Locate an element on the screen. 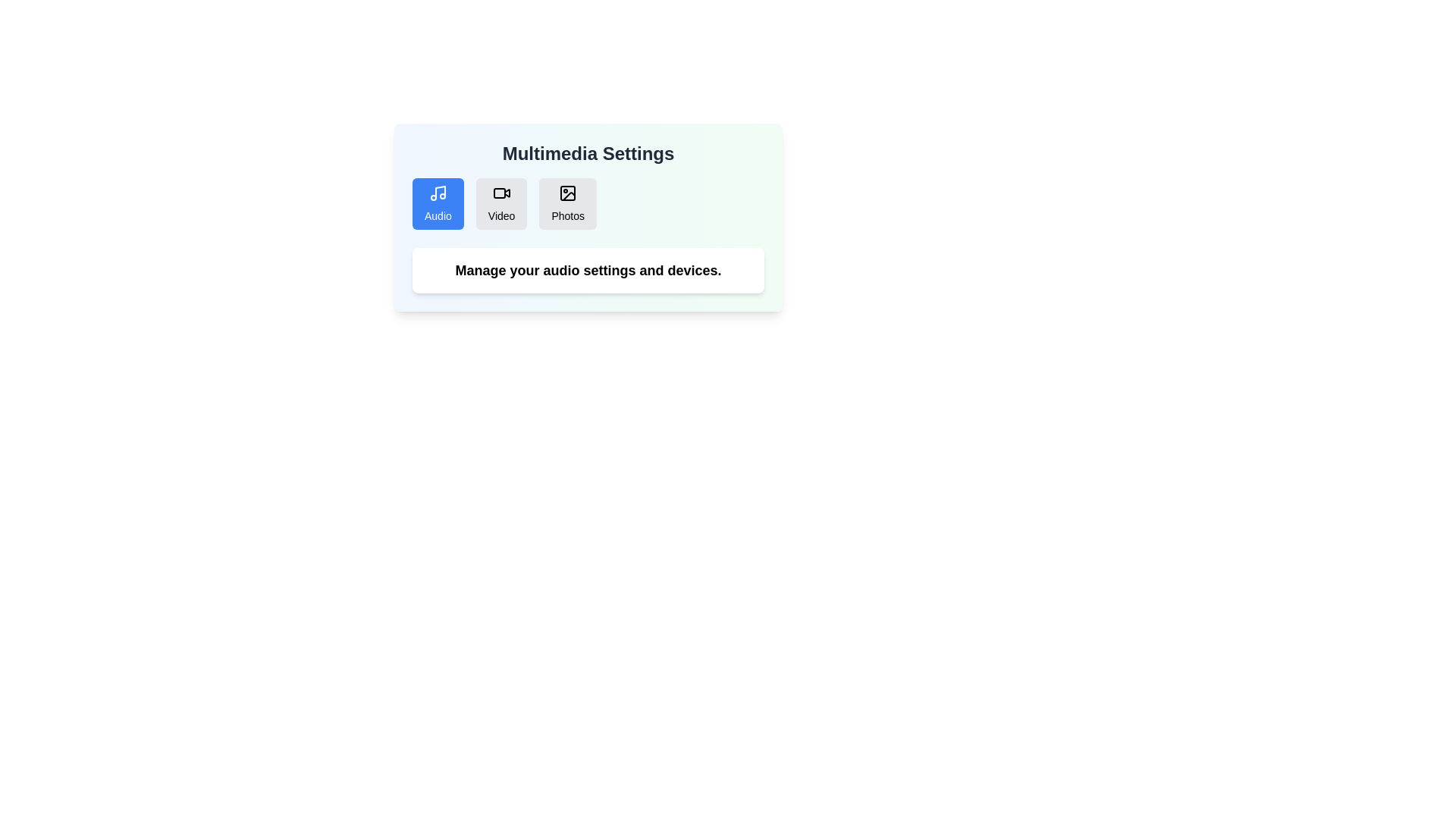 The height and width of the screenshot is (819, 1456). the outlined photo icon located within the 'Photos' button in the Multimedia Settings interface is located at coordinates (567, 192).